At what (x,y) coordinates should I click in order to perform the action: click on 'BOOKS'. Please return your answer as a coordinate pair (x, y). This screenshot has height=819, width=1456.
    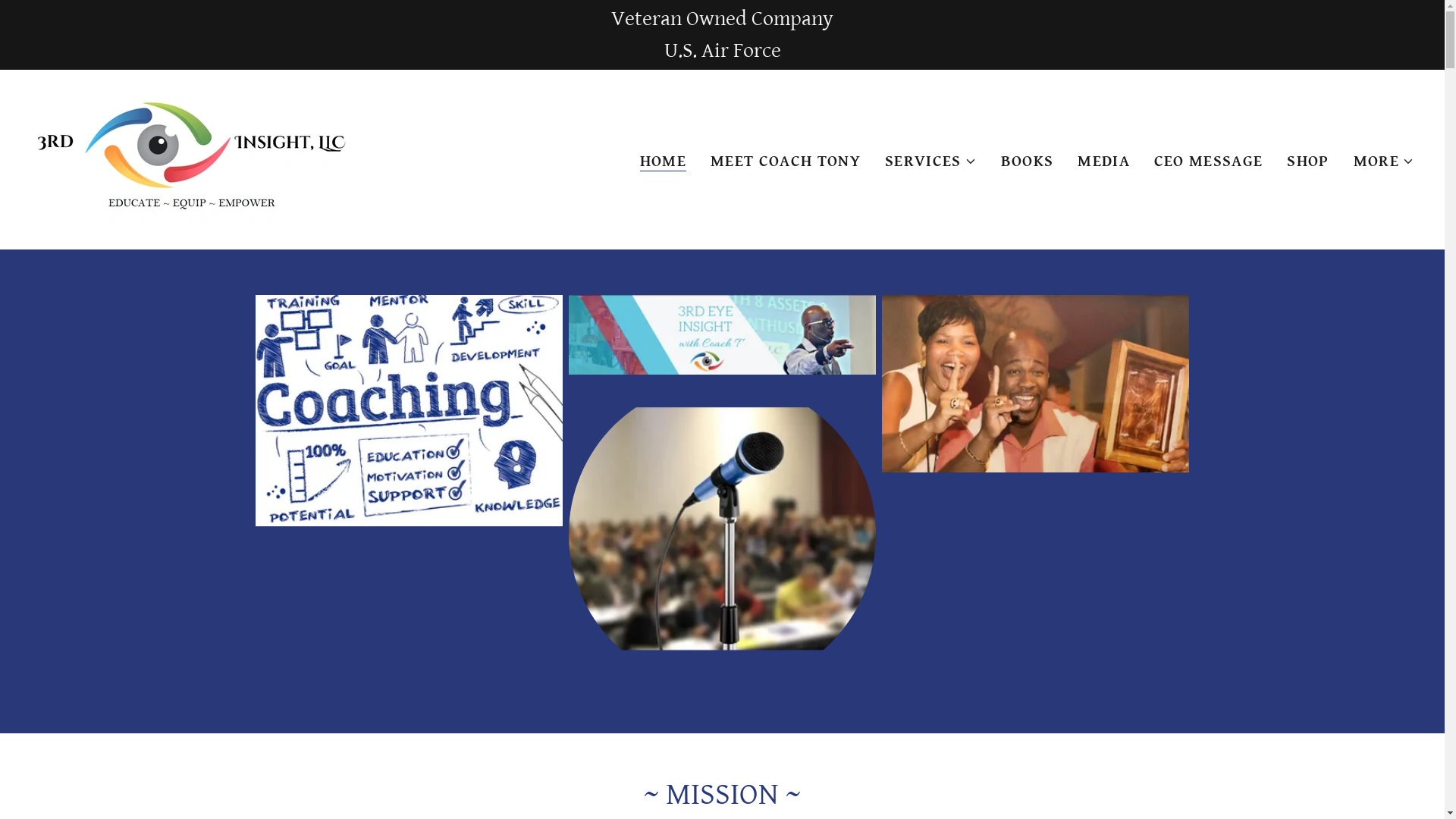
    Looking at the image, I should click on (1027, 161).